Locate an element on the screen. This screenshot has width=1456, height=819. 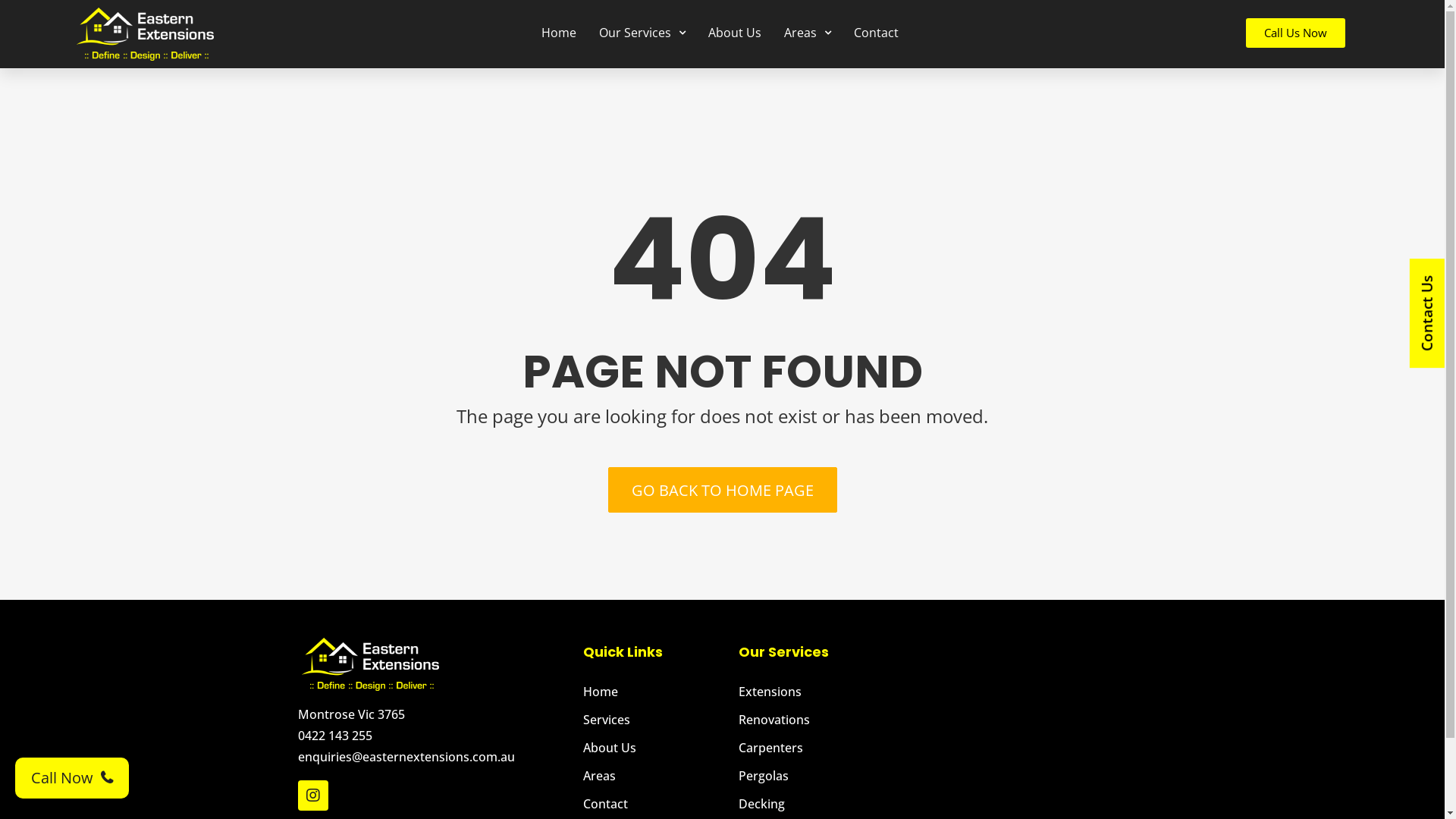
'Carpenters' is located at coordinates (812, 747).